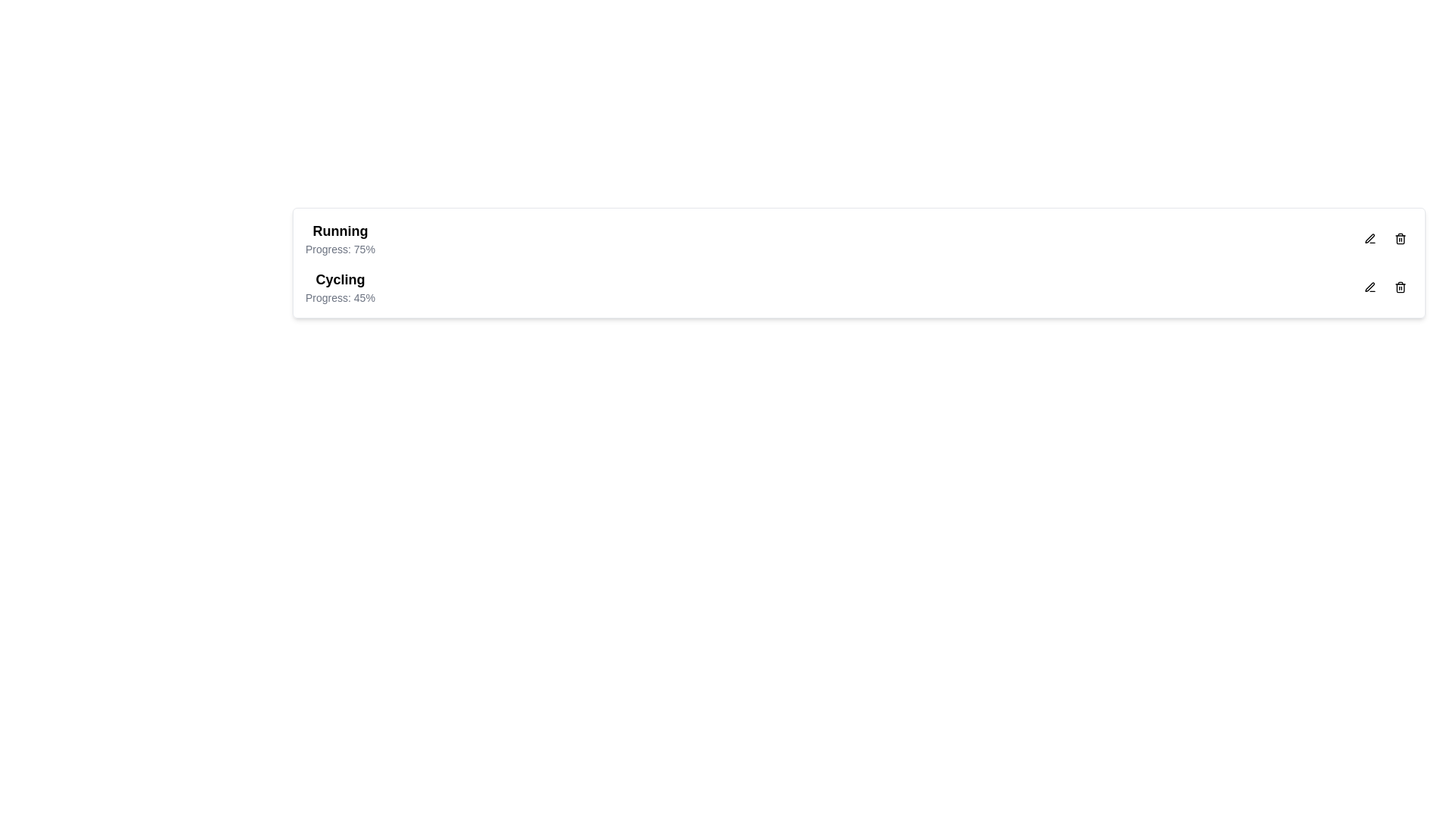 Image resolution: width=1456 pixels, height=819 pixels. I want to click on the second circular button with a trash bin icon to observe its visual feedback when hovered, so click(1400, 239).